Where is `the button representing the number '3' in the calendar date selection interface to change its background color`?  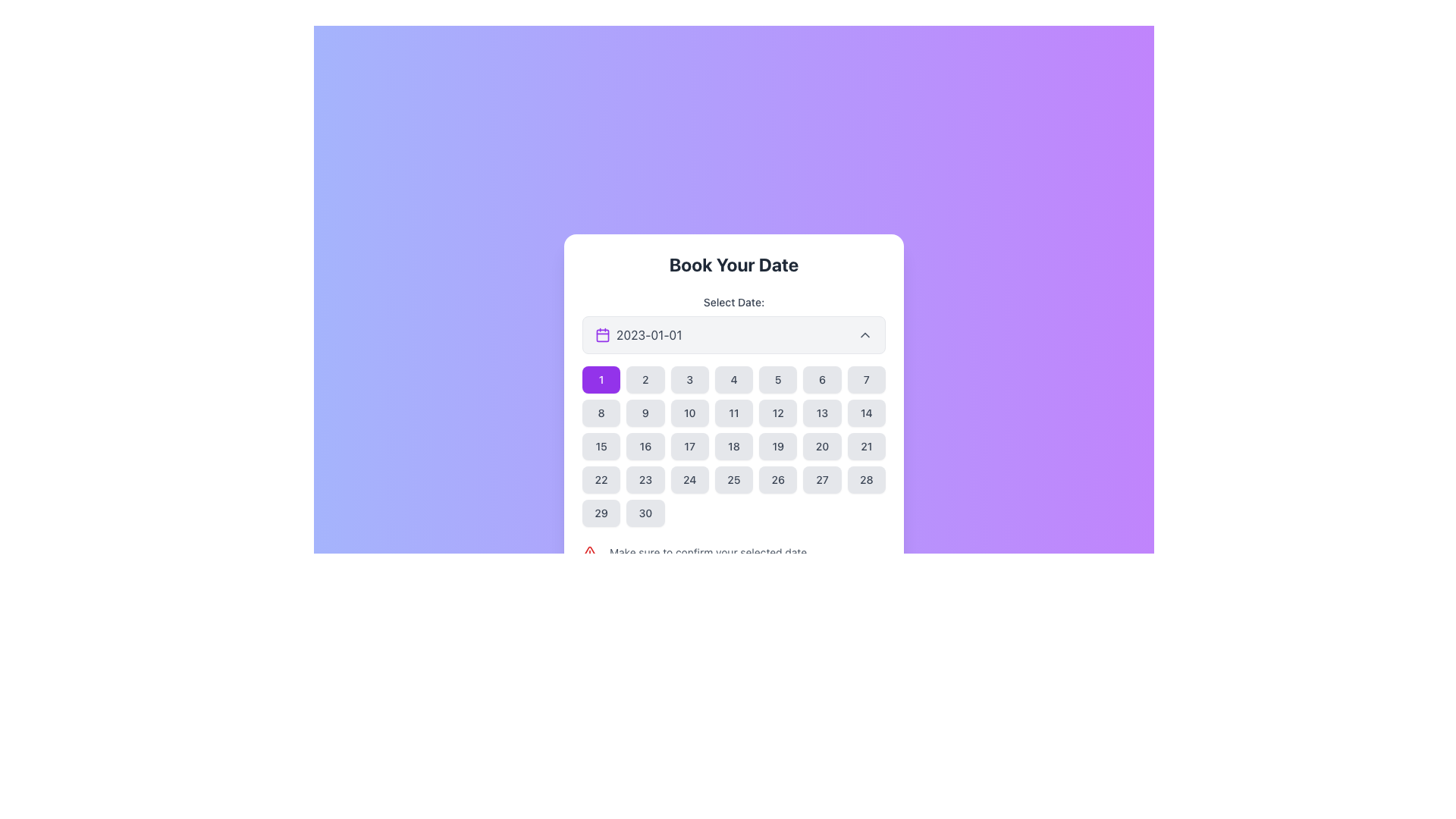 the button representing the number '3' in the calendar date selection interface to change its background color is located at coordinates (689, 379).